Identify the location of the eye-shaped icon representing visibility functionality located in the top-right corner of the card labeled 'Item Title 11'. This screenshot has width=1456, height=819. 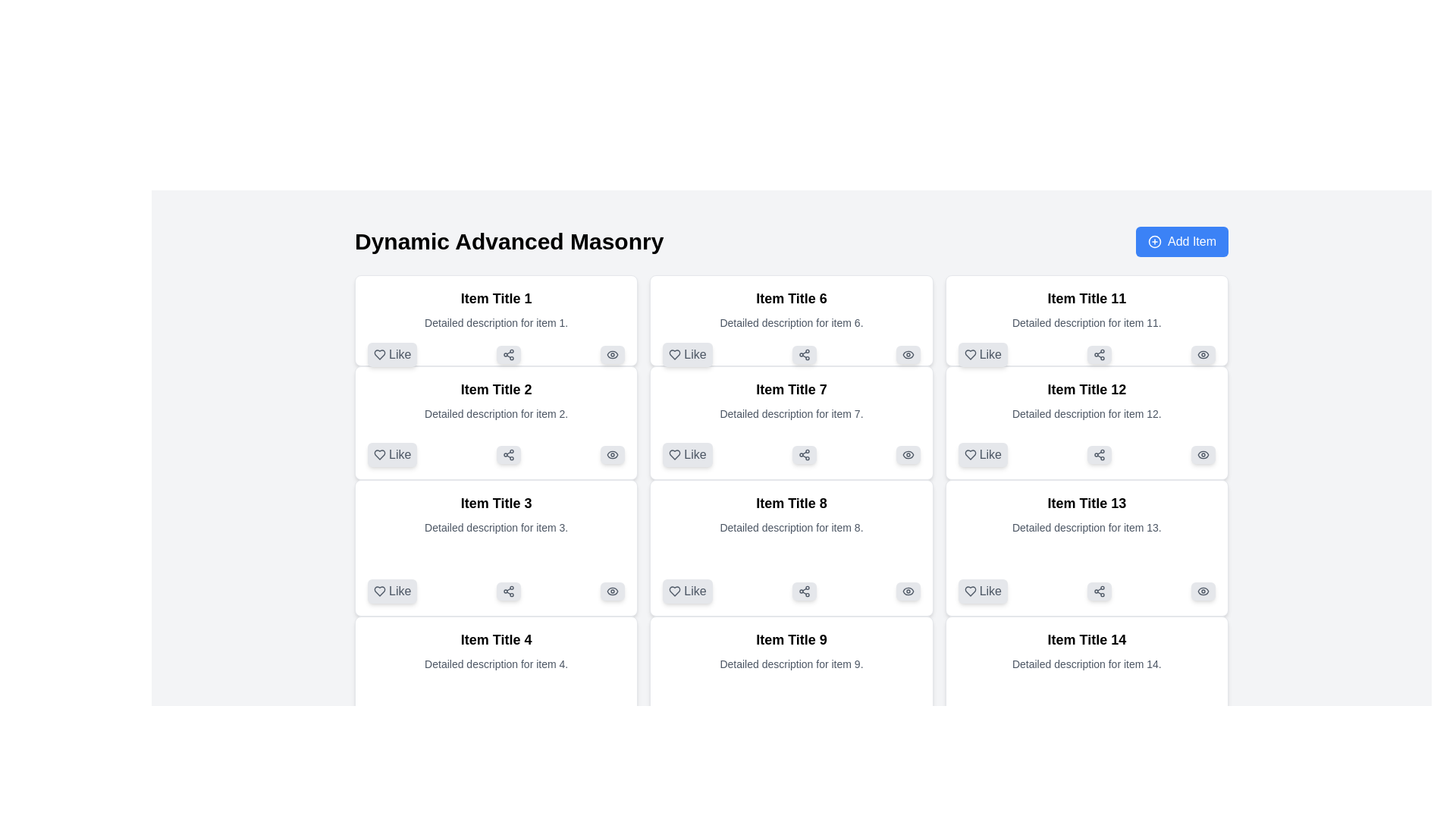
(1203, 354).